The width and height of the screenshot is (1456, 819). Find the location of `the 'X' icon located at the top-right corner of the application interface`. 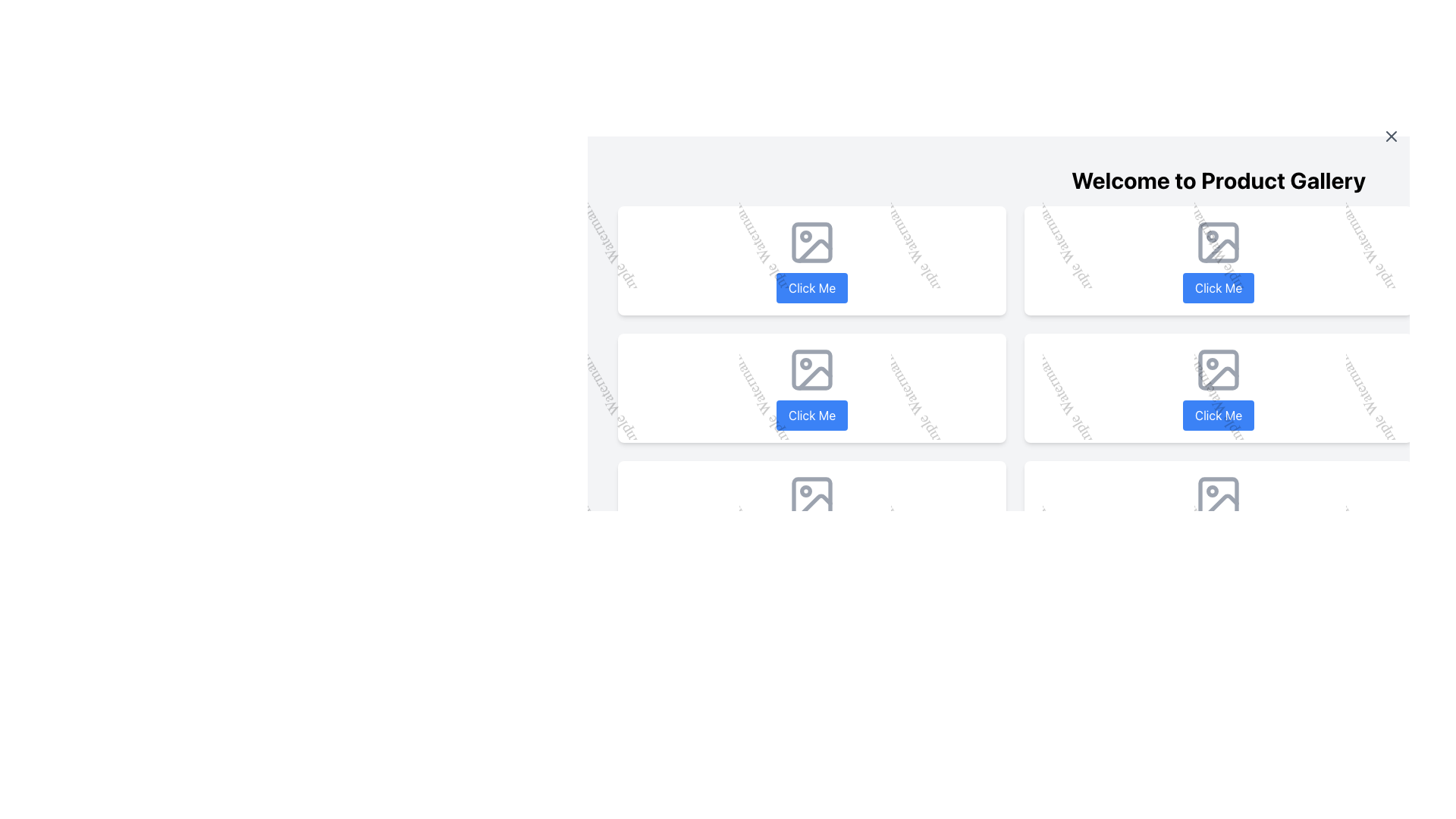

the 'X' icon located at the top-right corner of the application interface is located at coordinates (1391, 136).